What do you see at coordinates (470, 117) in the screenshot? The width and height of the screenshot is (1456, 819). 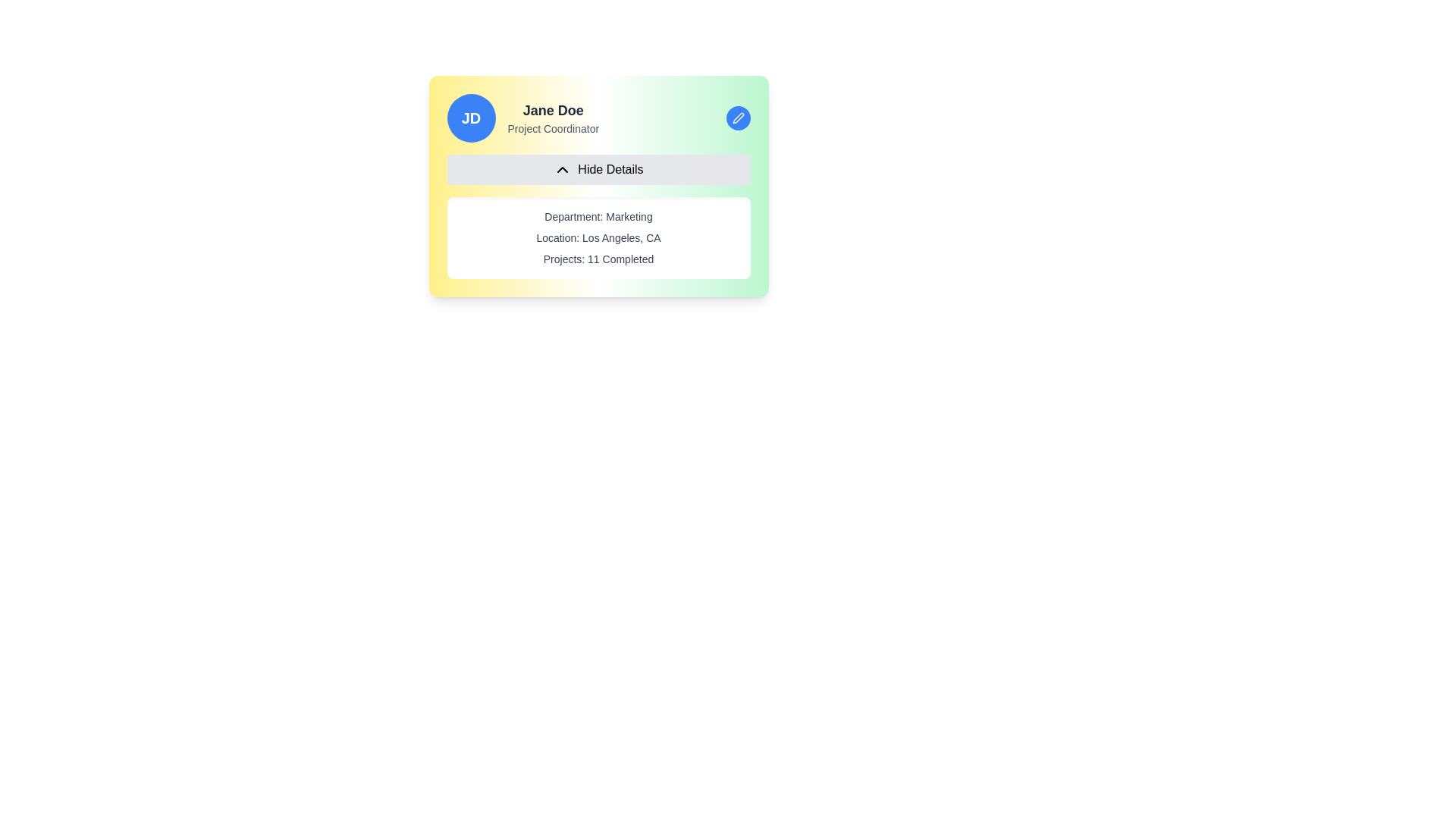 I see `the circular badge with a solid blue background and white initials 'JD'` at bounding box center [470, 117].